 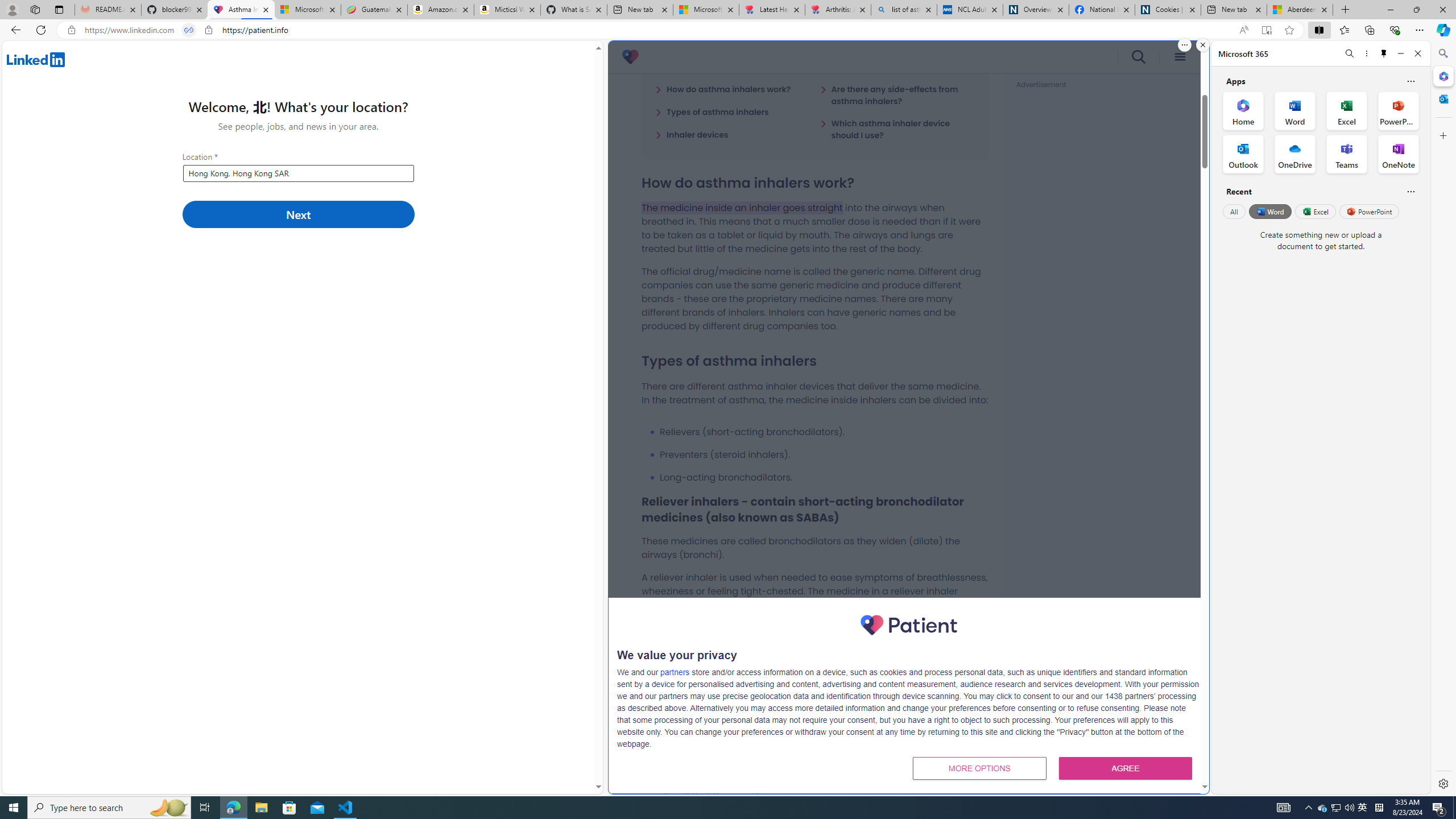 What do you see at coordinates (1243, 111) in the screenshot?
I see `'Home Office App'` at bounding box center [1243, 111].